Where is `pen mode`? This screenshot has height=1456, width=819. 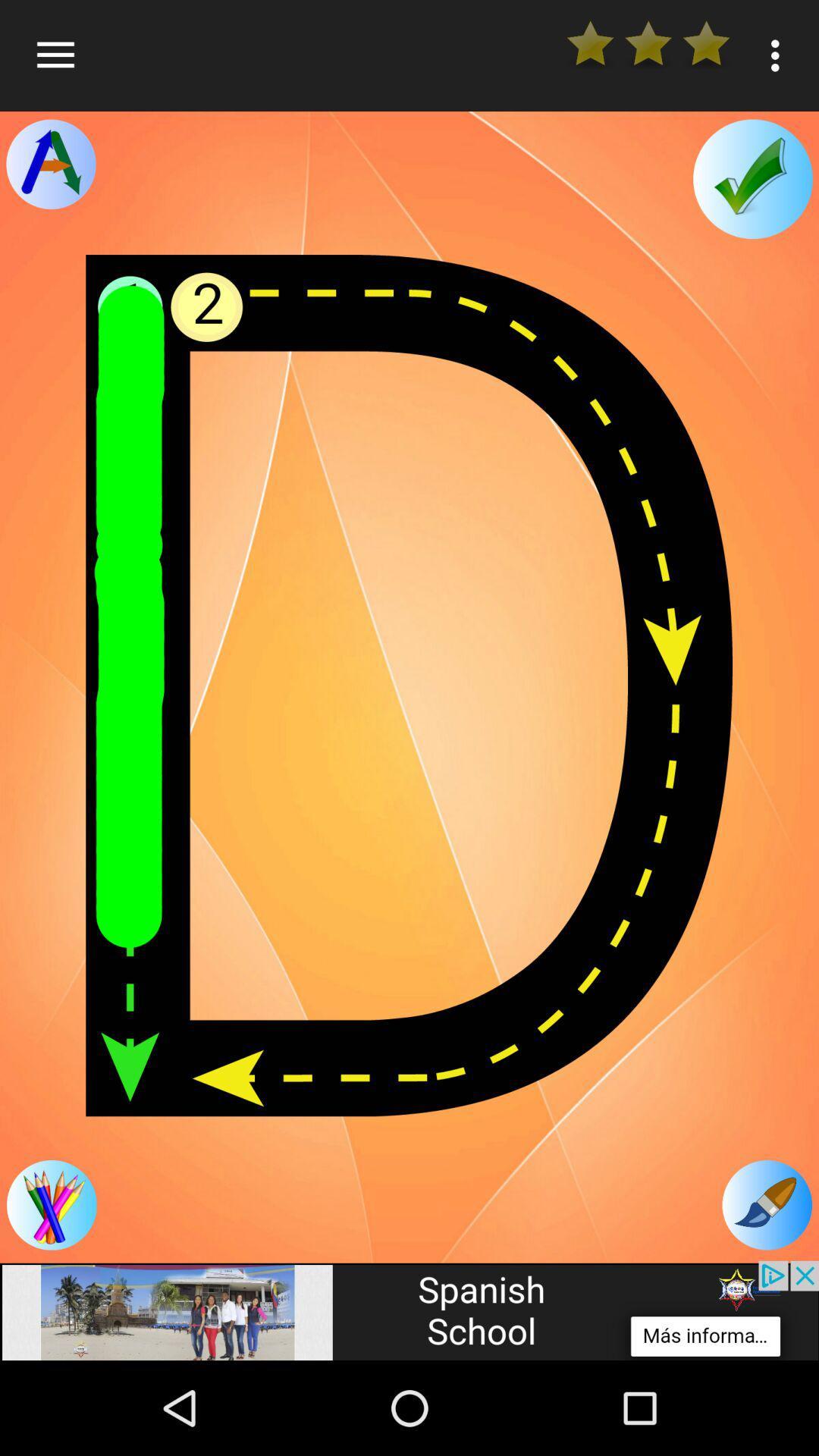
pen mode is located at coordinates (767, 1204).